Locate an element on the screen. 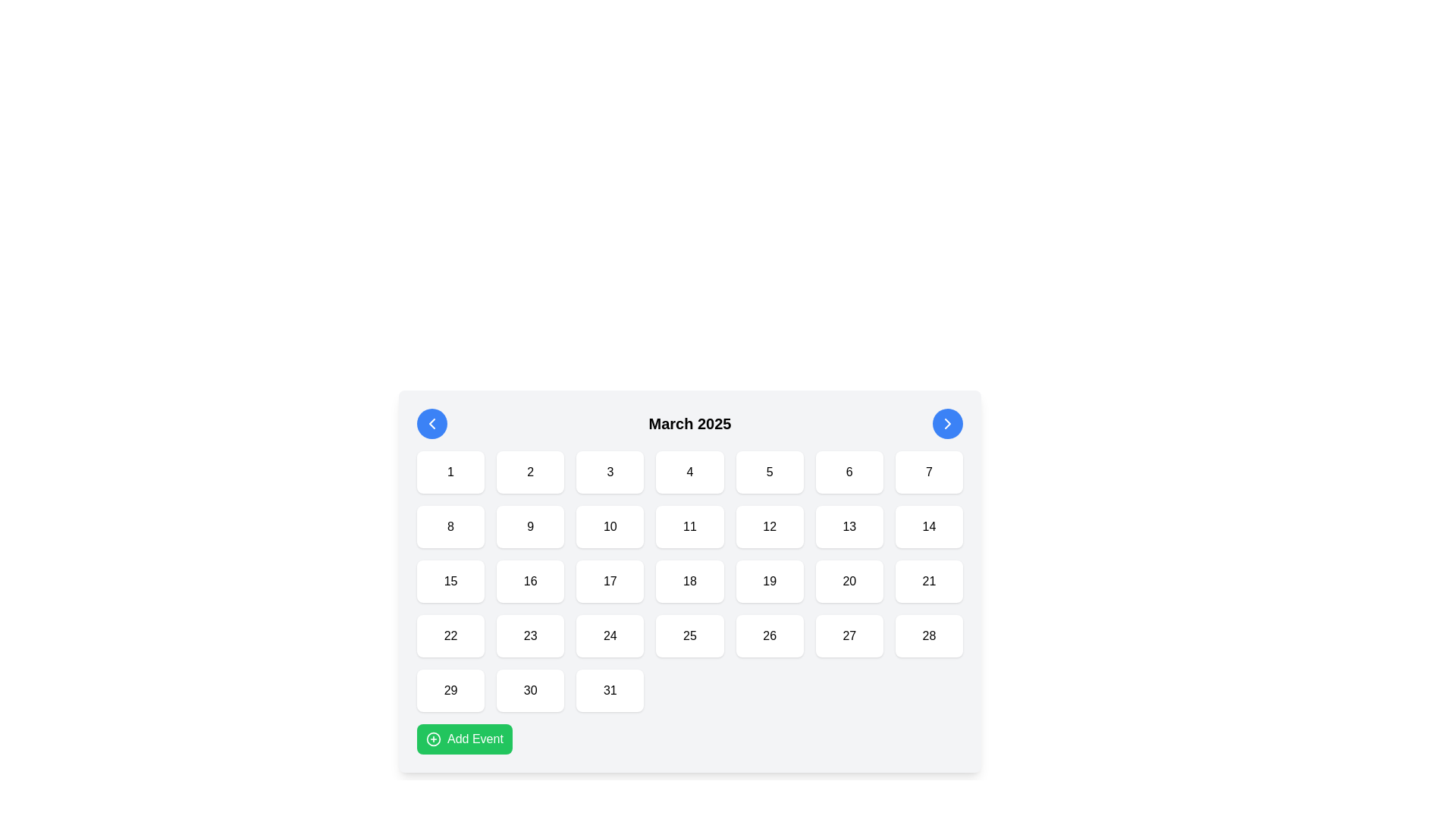 The image size is (1456, 819). the calendar date selector displaying the number '27' in a bold, black font, located under the header 'March 2025' in the fifth row and sixth column of the grid is located at coordinates (849, 636).